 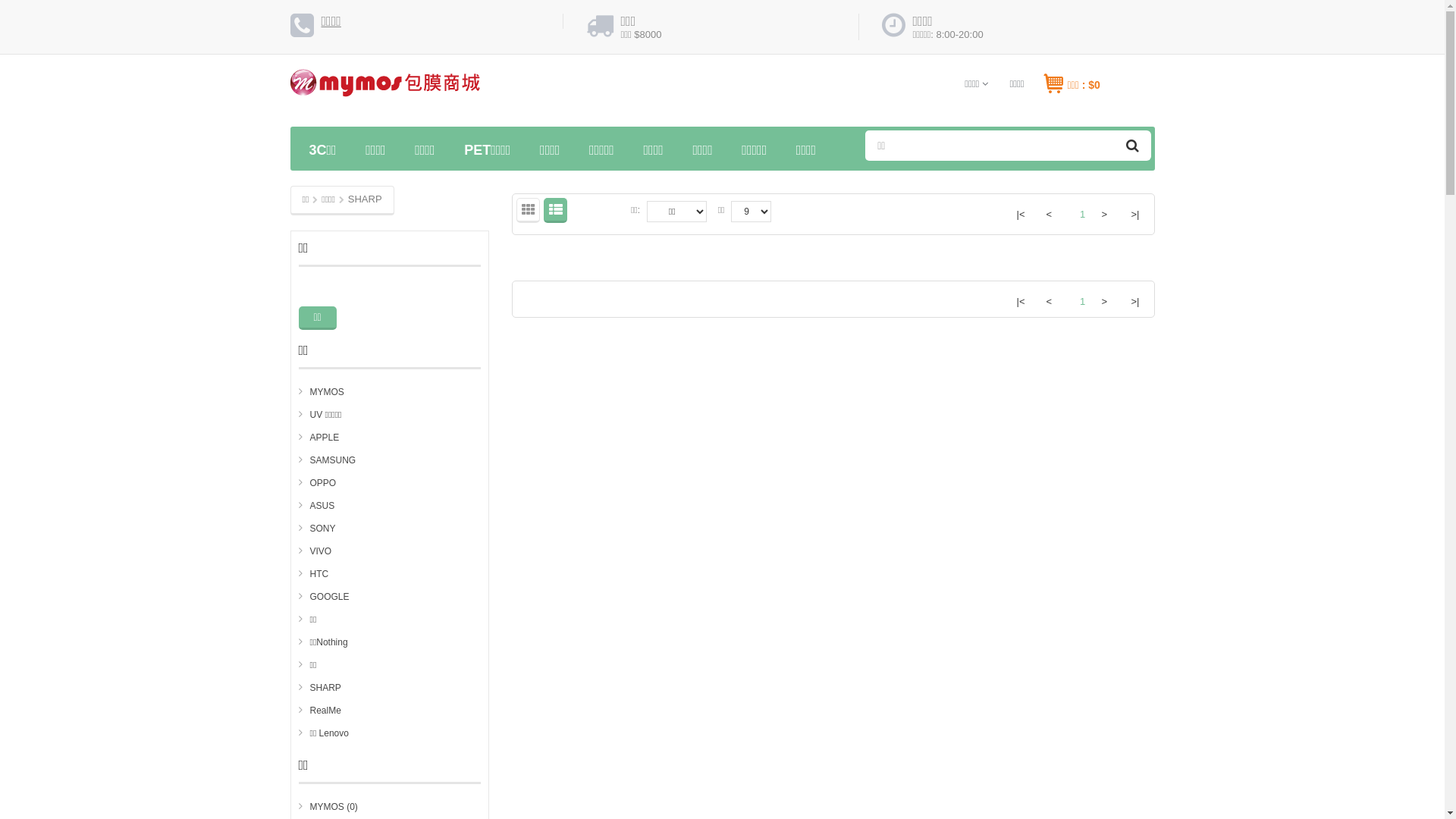 What do you see at coordinates (312, 573) in the screenshot?
I see `'HTC'` at bounding box center [312, 573].